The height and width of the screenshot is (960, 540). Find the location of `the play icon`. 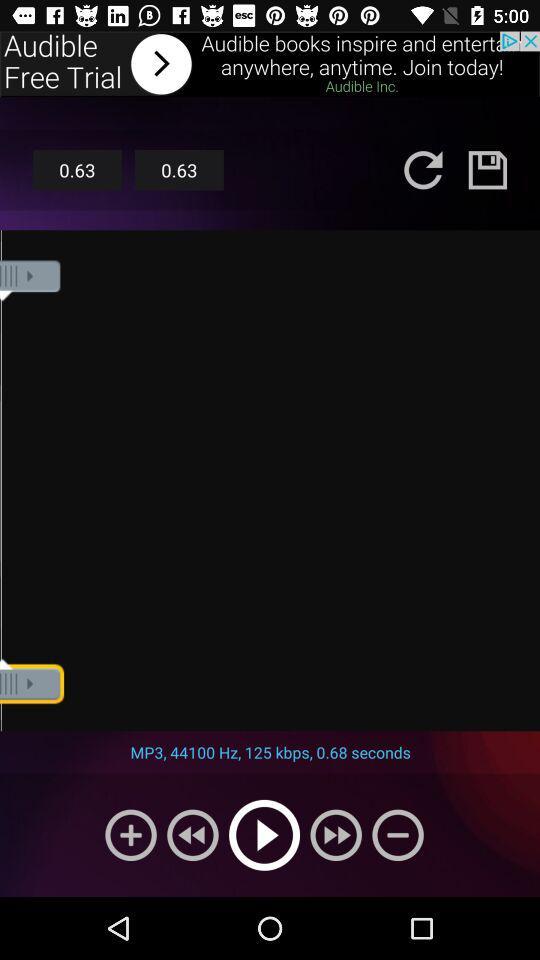

the play icon is located at coordinates (264, 835).